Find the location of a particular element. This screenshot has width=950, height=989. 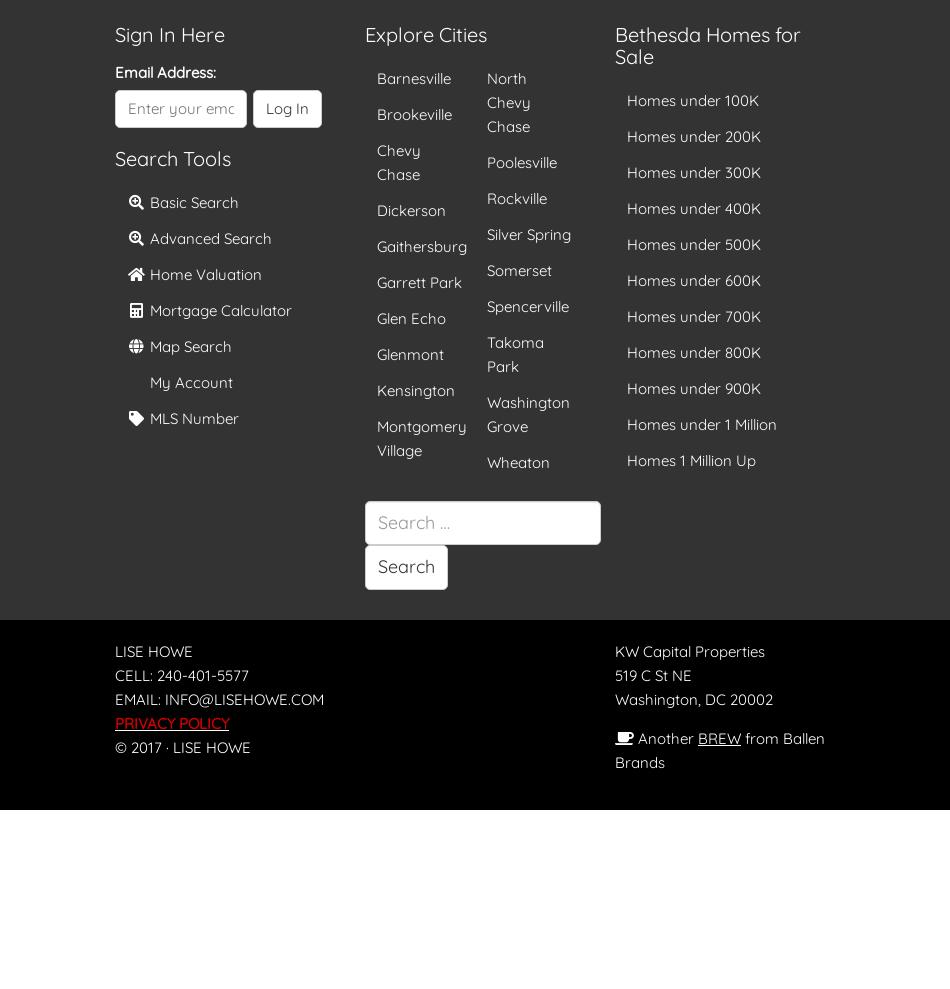

'Poolesville' is located at coordinates (522, 160).